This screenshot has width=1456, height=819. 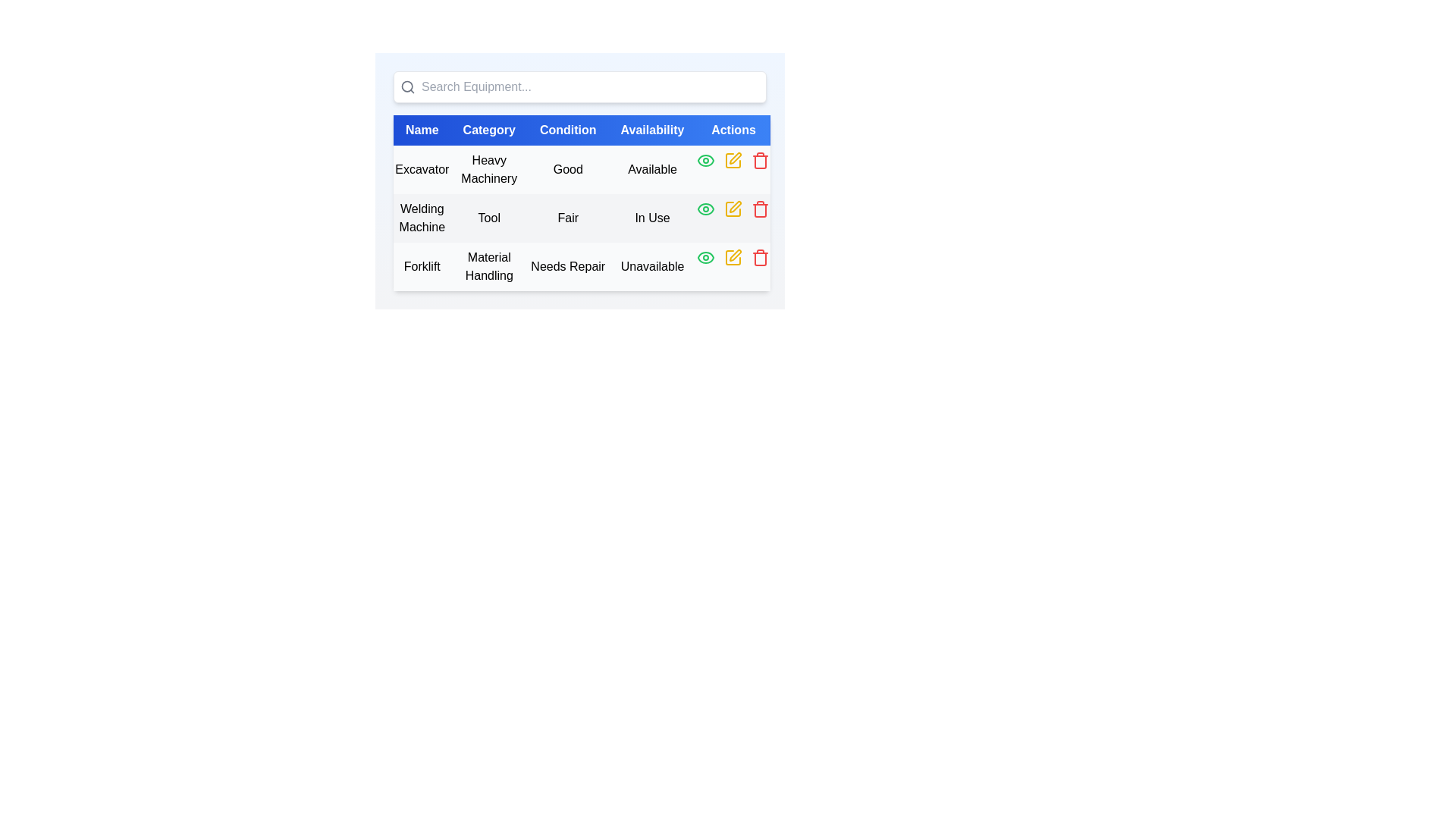 I want to click on the Text Label that serves as a category label for the 'Welding Machine' item, located in the second cell under the 'Category' column of the data grid, so click(x=489, y=218).